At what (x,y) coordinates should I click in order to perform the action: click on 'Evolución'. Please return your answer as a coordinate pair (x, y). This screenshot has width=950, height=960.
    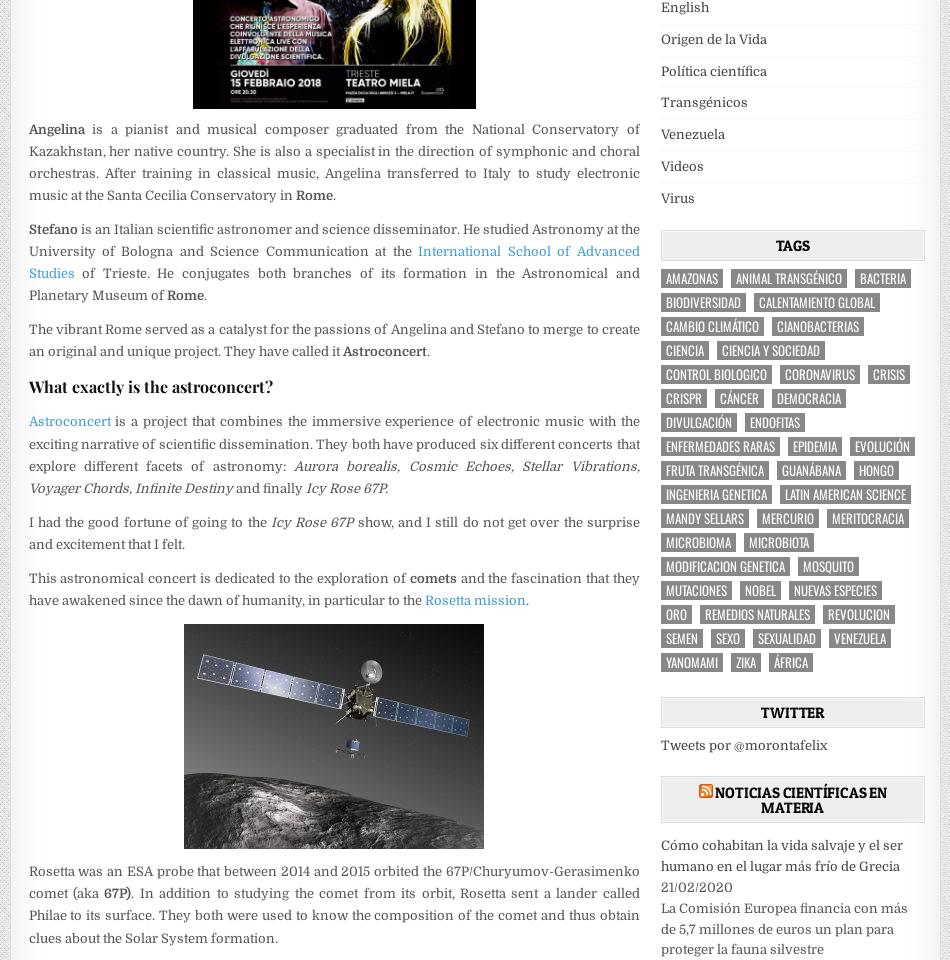
    Looking at the image, I should click on (880, 444).